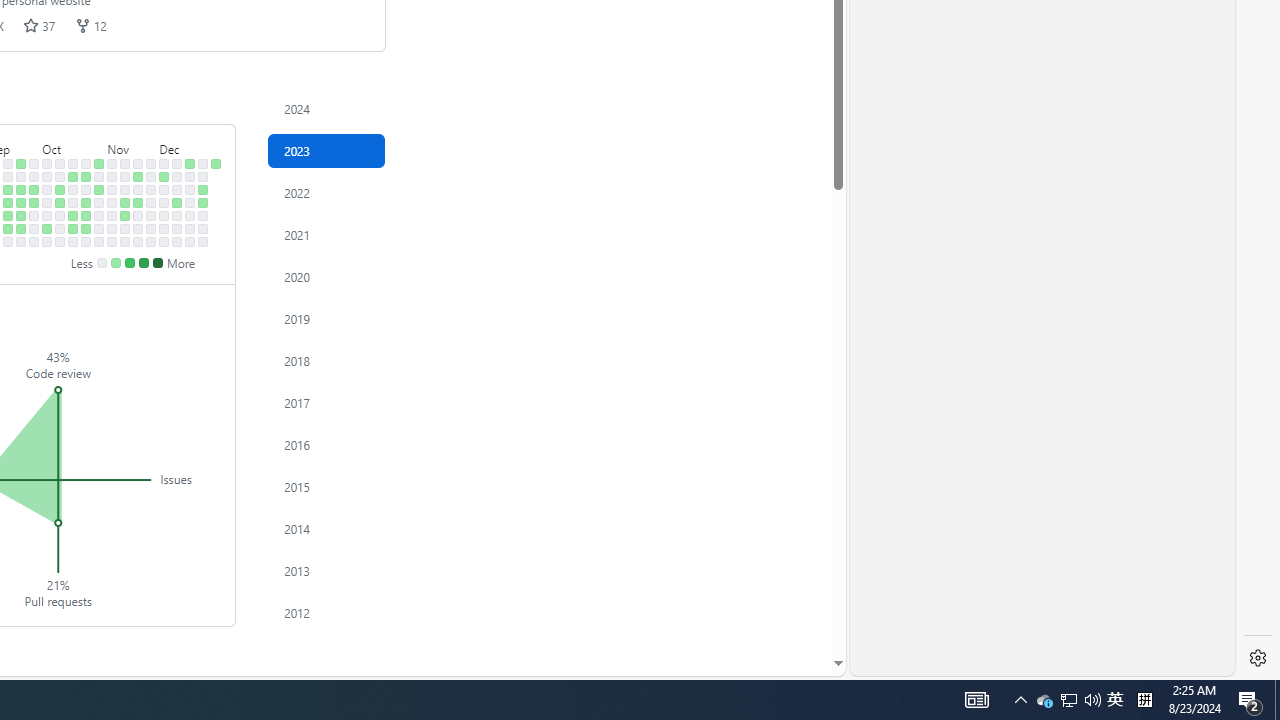 The height and width of the screenshot is (720, 1280). Describe the element at coordinates (111, 175) in the screenshot. I see `'No contributions on November 6th.'` at that location.